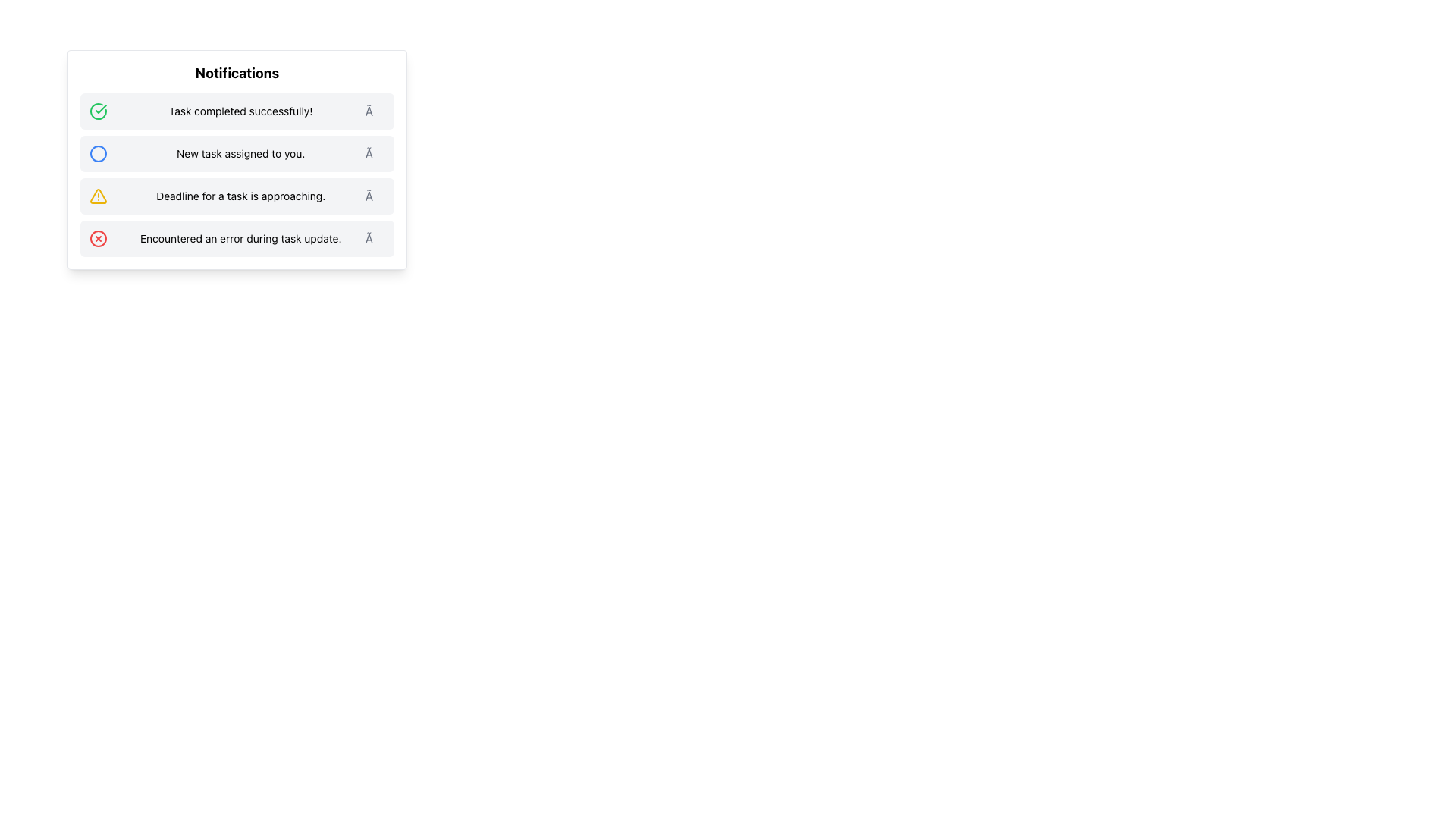 The image size is (1456, 819). What do you see at coordinates (97, 110) in the screenshot?
I see `the circular icon with a green border located to the left of the notification text for 'Task completed successfully!'` at bounding box center [97, 110].